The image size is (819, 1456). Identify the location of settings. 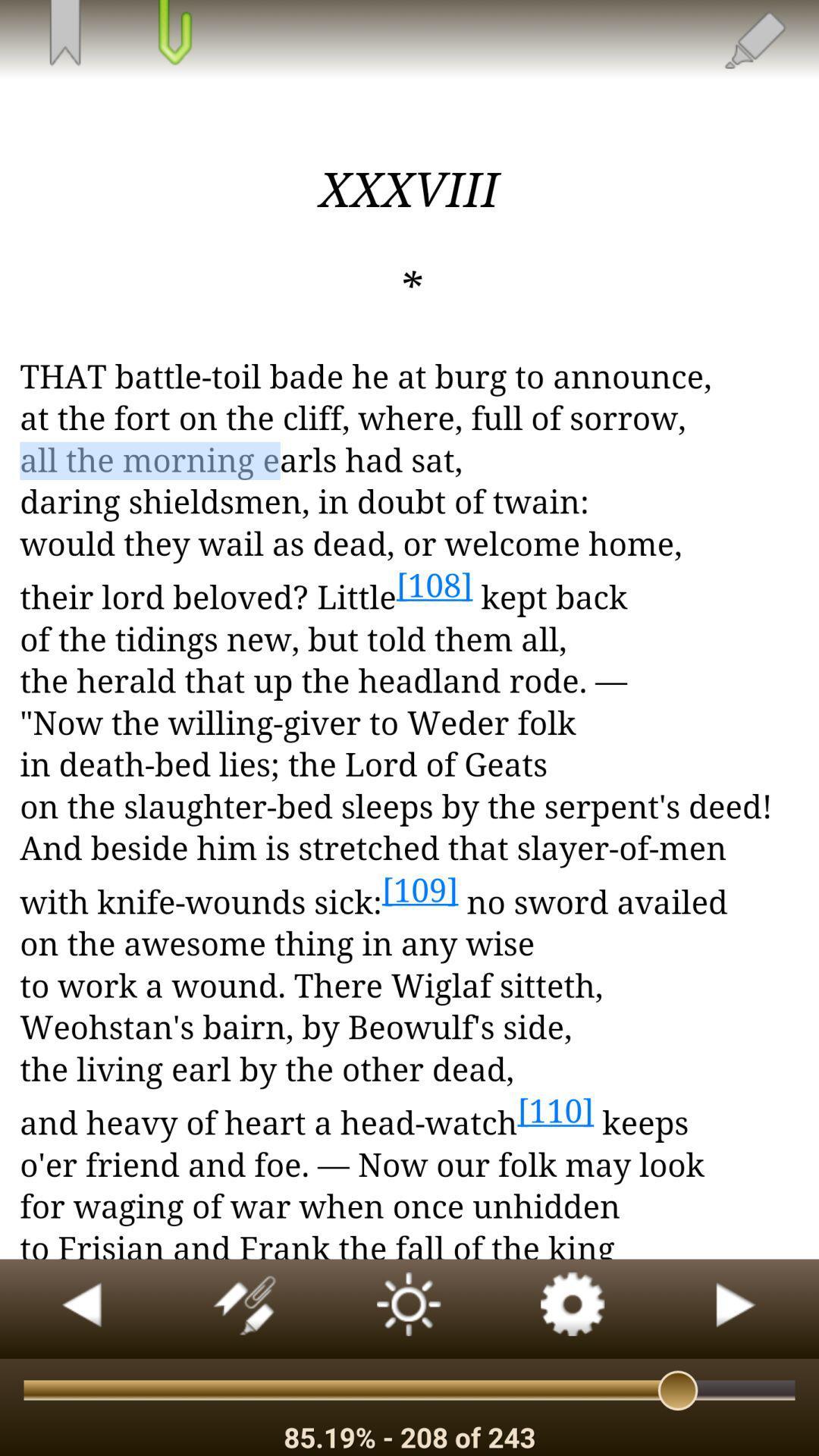
(573, 1308).